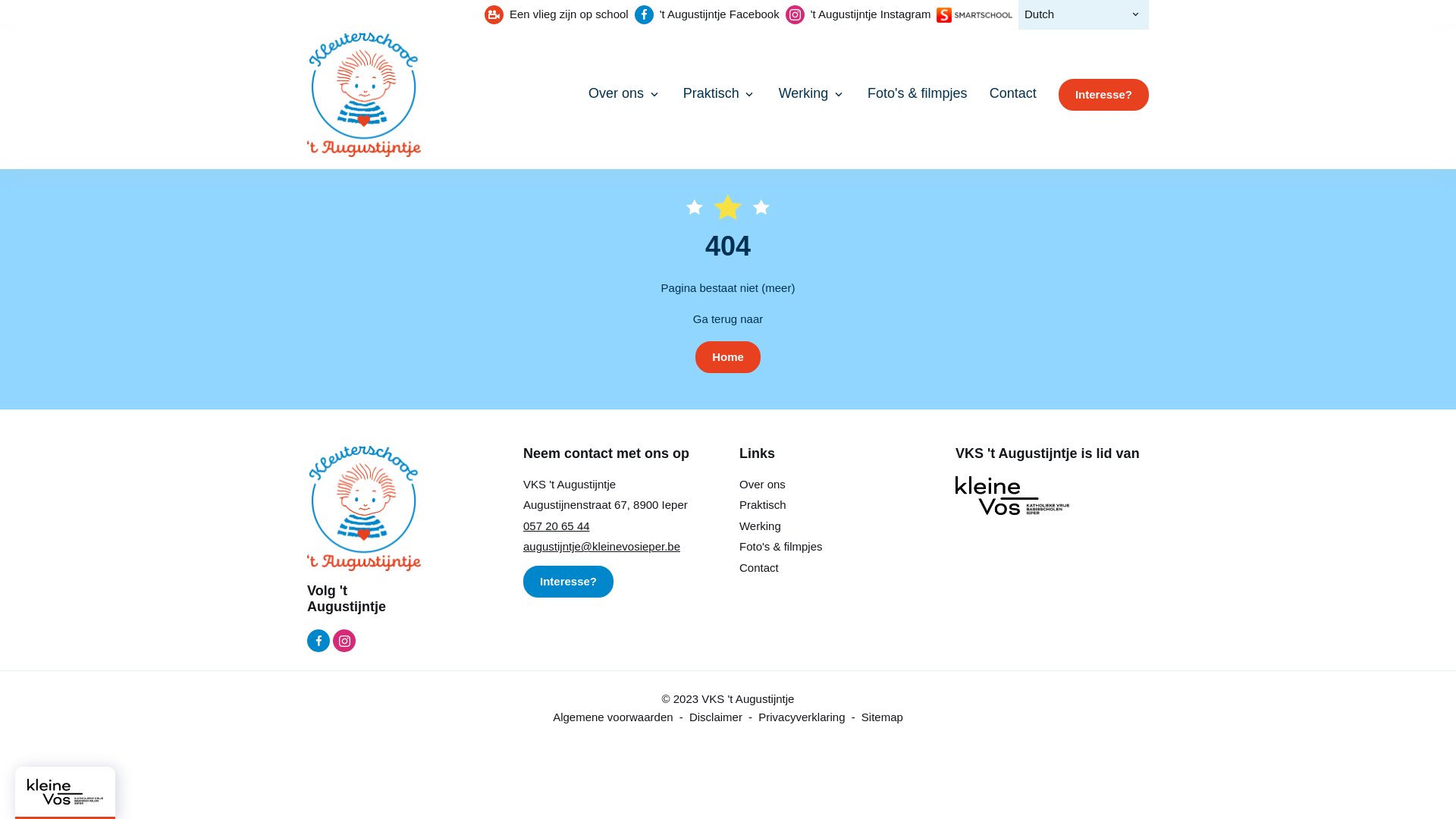 Image resolution: width=1456 pixels, height=819 pixels. Describe the element at coordinates (364, 94) in the screenshot. I see `'VKS 't Augustijntje'` at that location.